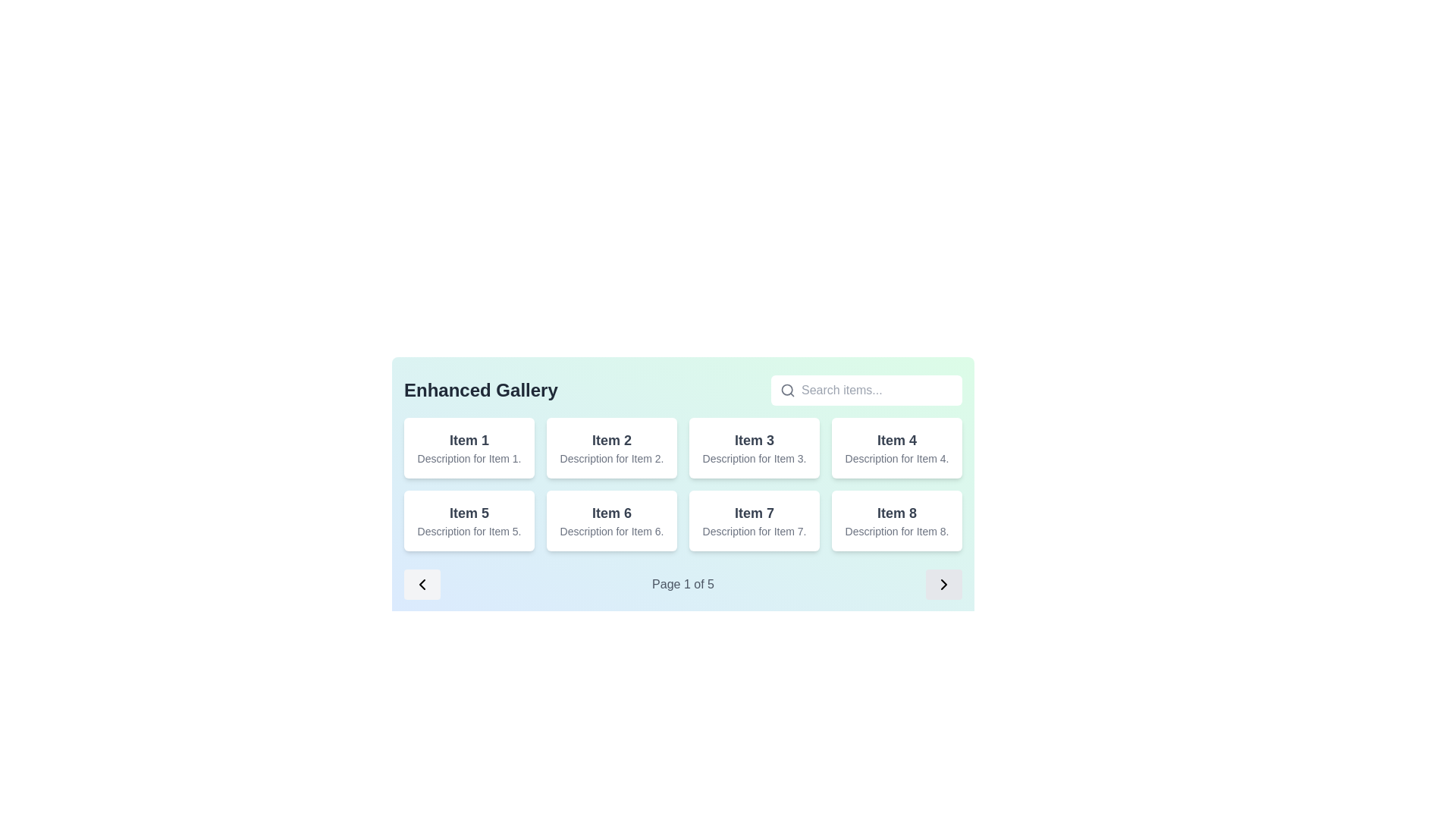  I want to click on the Card representing 'Item 6' located in the second row and second column of the gallery grid, so click(611, 519).